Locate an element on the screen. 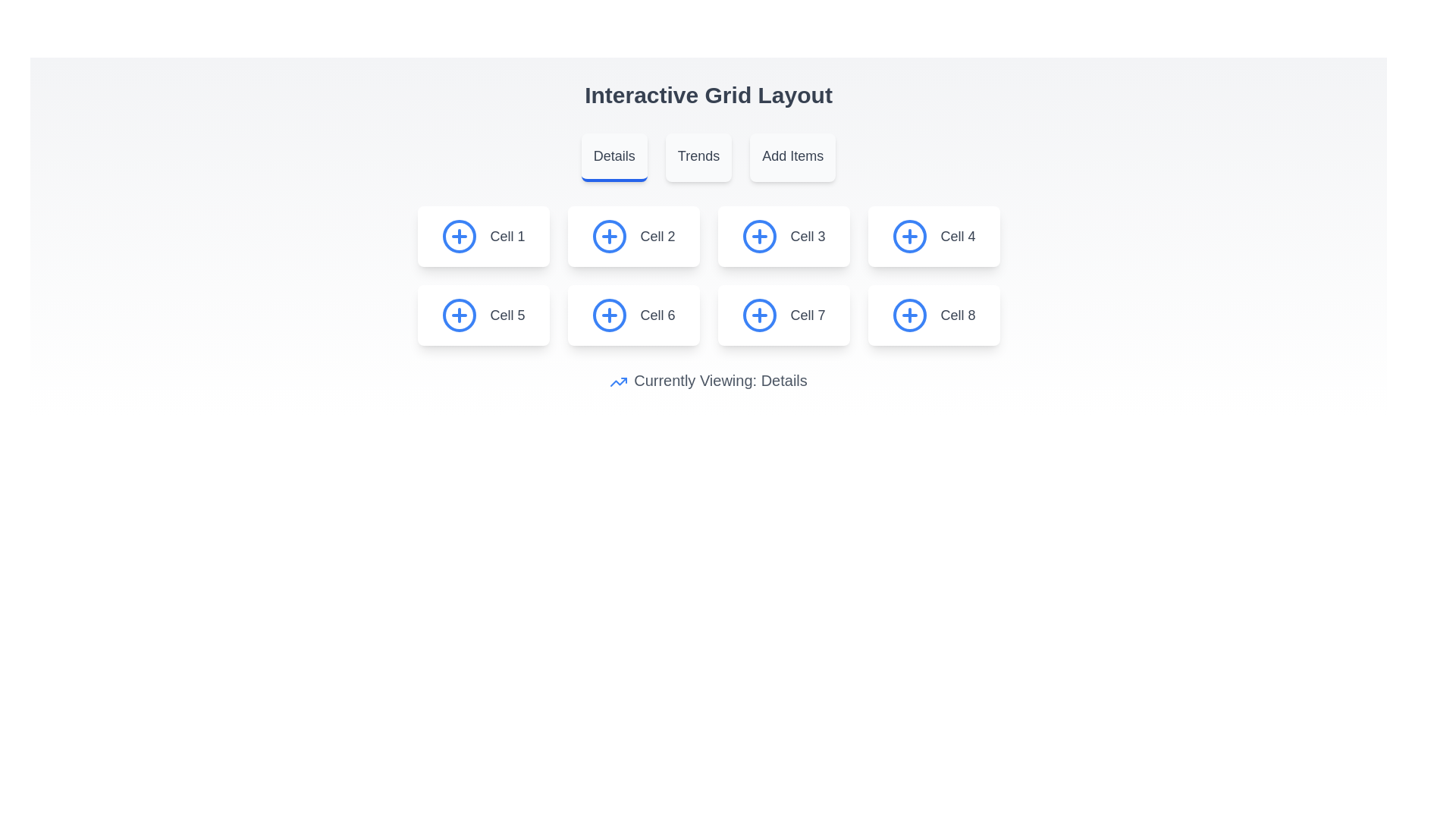 The height and width of the screenshot is (819, 1456). the 'Trends' button, which is a medium-sized gray button with rounded corners, located between 'Details' and 'Add Items' buttons is located at coordinates (698, 158).